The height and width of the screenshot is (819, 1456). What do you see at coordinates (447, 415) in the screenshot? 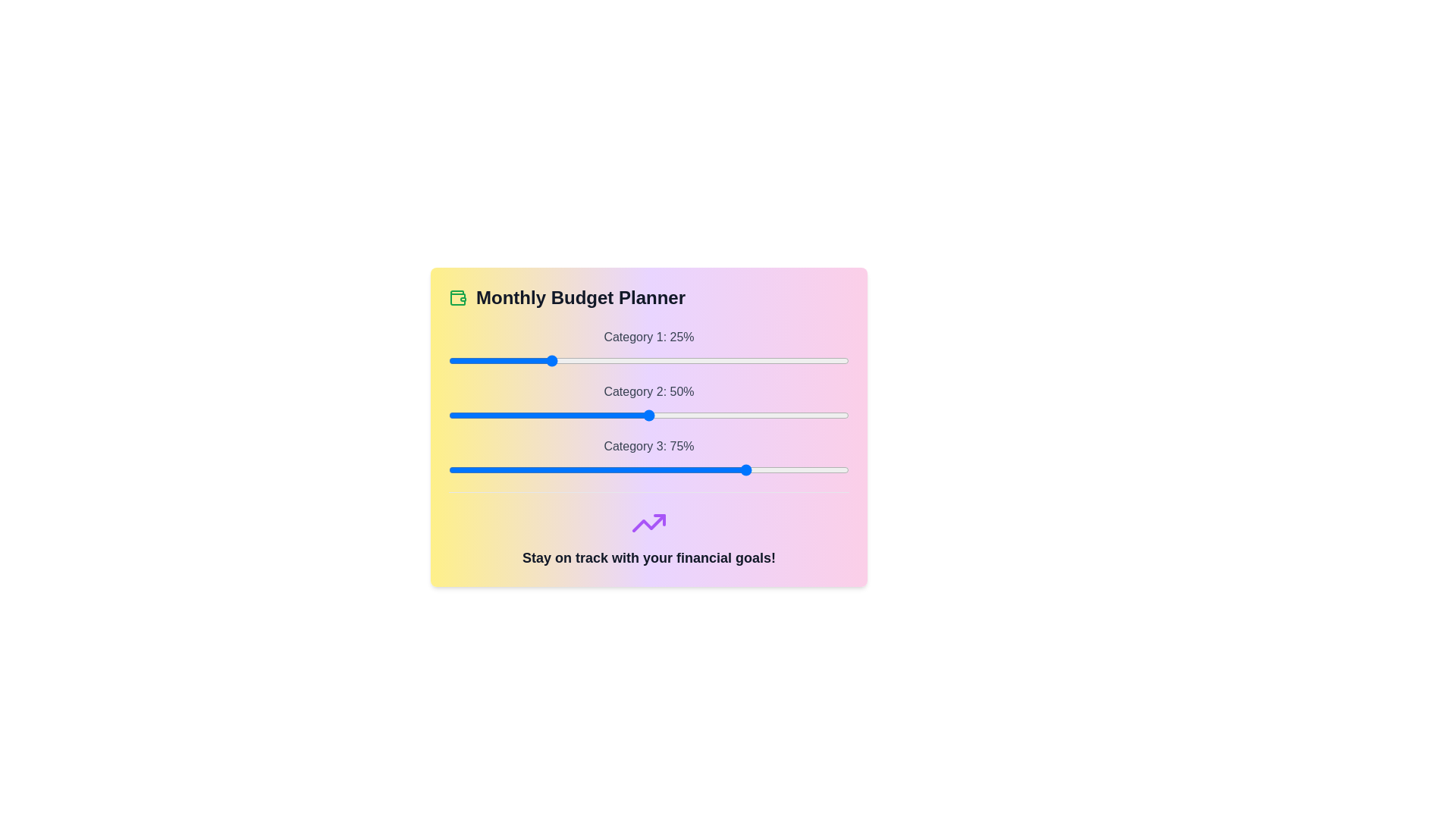
I see `the slider for Category 2 to 0%` at bounding box center [447, 415].